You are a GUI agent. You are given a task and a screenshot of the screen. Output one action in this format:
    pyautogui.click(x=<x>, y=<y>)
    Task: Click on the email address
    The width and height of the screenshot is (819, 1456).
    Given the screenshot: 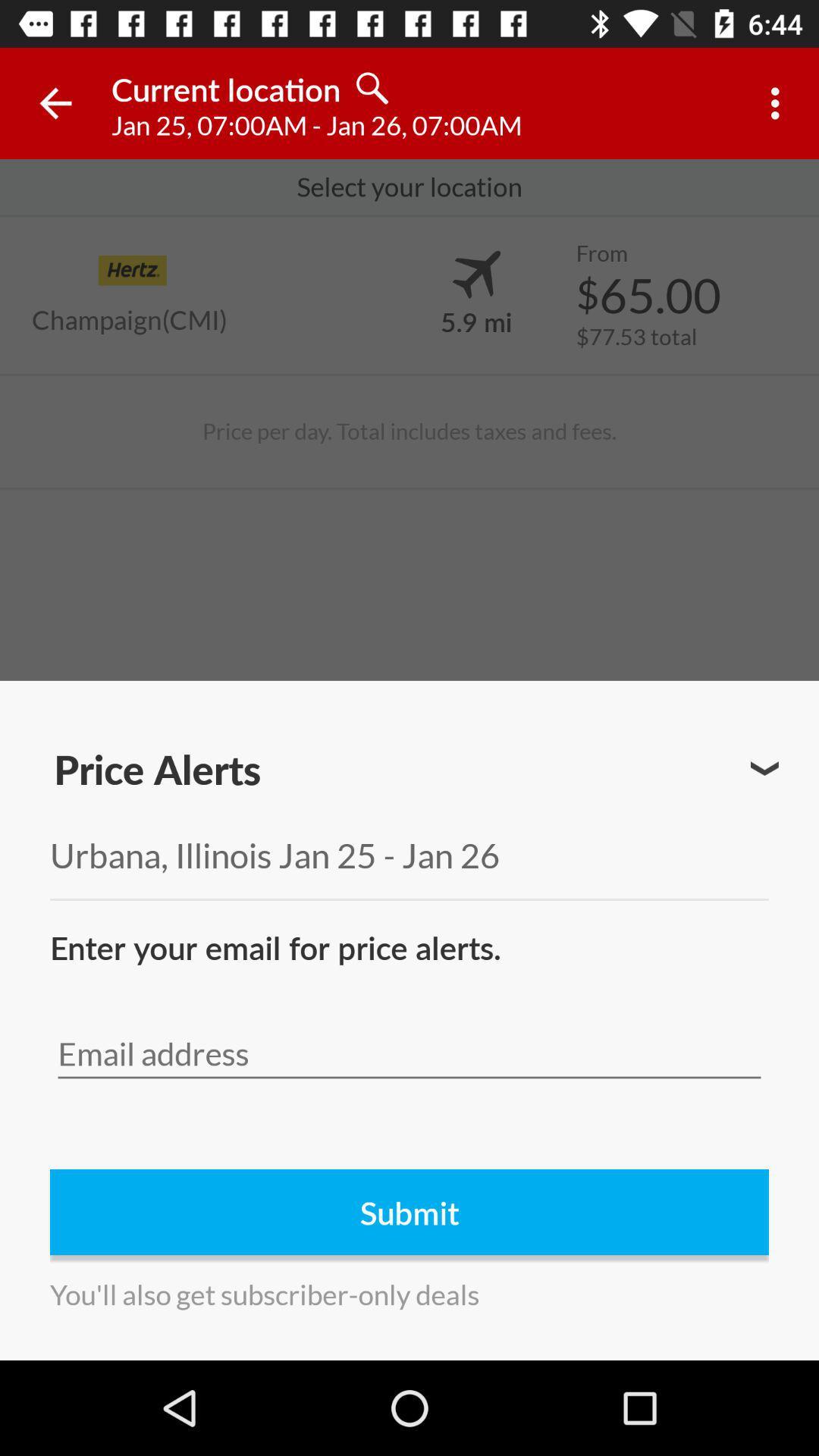 What is the action you would take?
    pyautogui.click(x=409, y=1053)
    